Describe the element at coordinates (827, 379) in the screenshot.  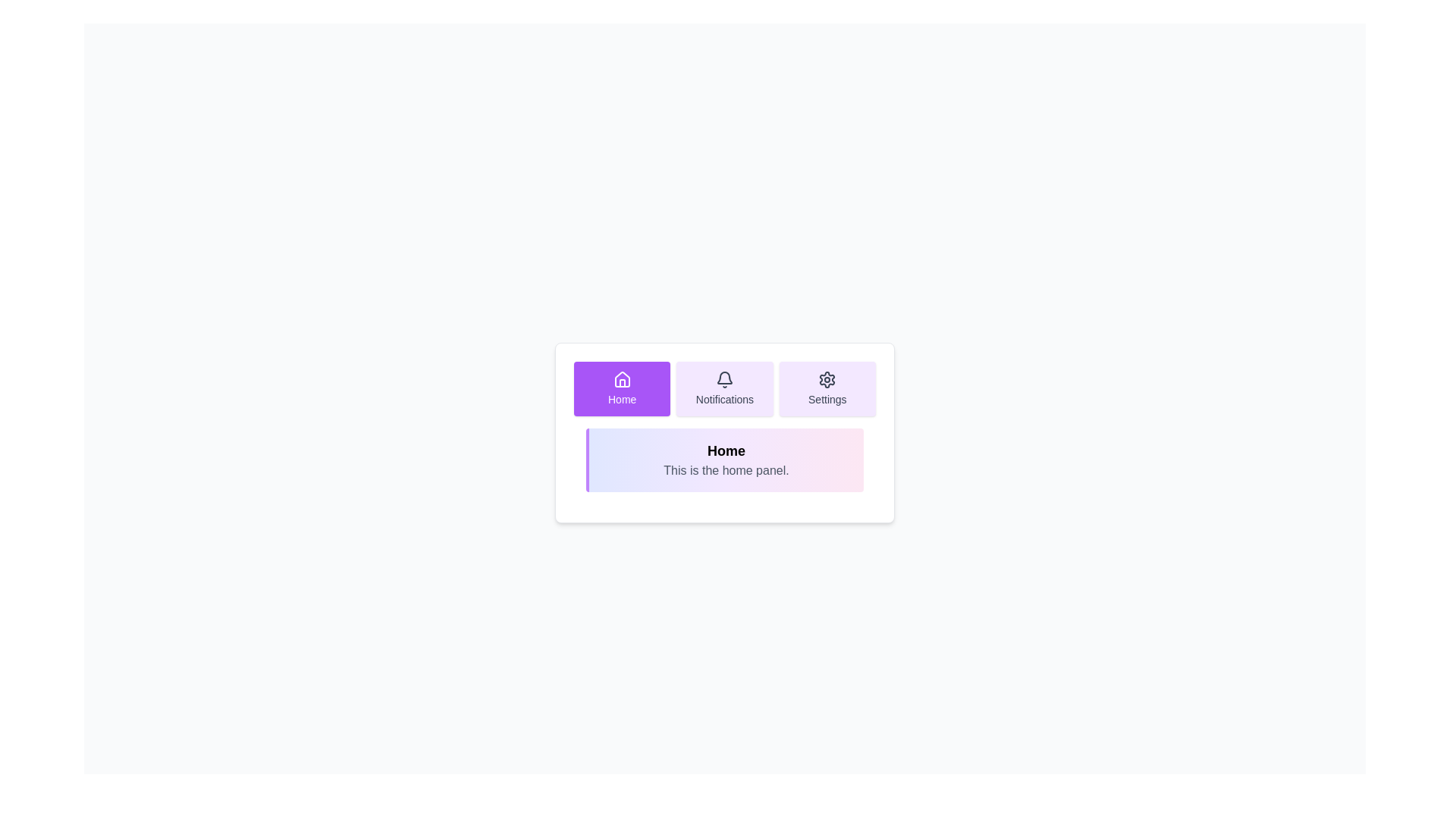
I see `the gear icon within the light purple 'Settings' button` at that location.